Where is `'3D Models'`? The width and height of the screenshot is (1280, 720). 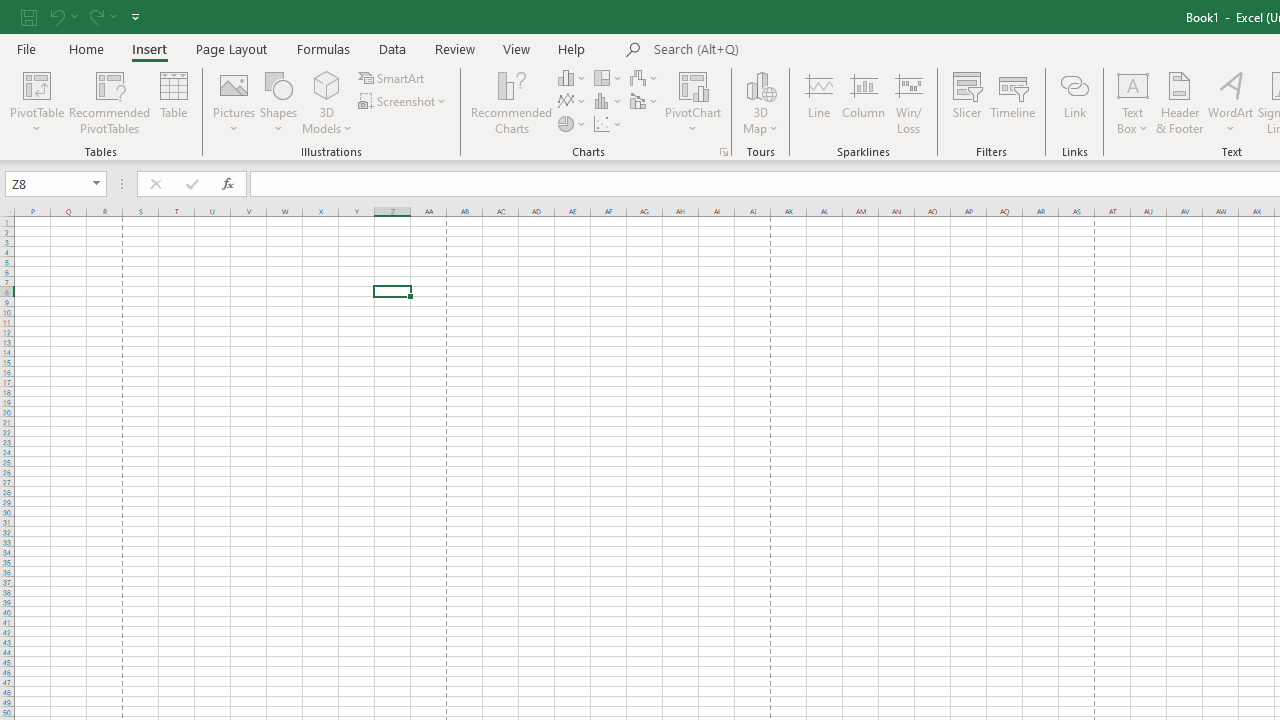 '3D Models' is located at coordinates (327, 84).